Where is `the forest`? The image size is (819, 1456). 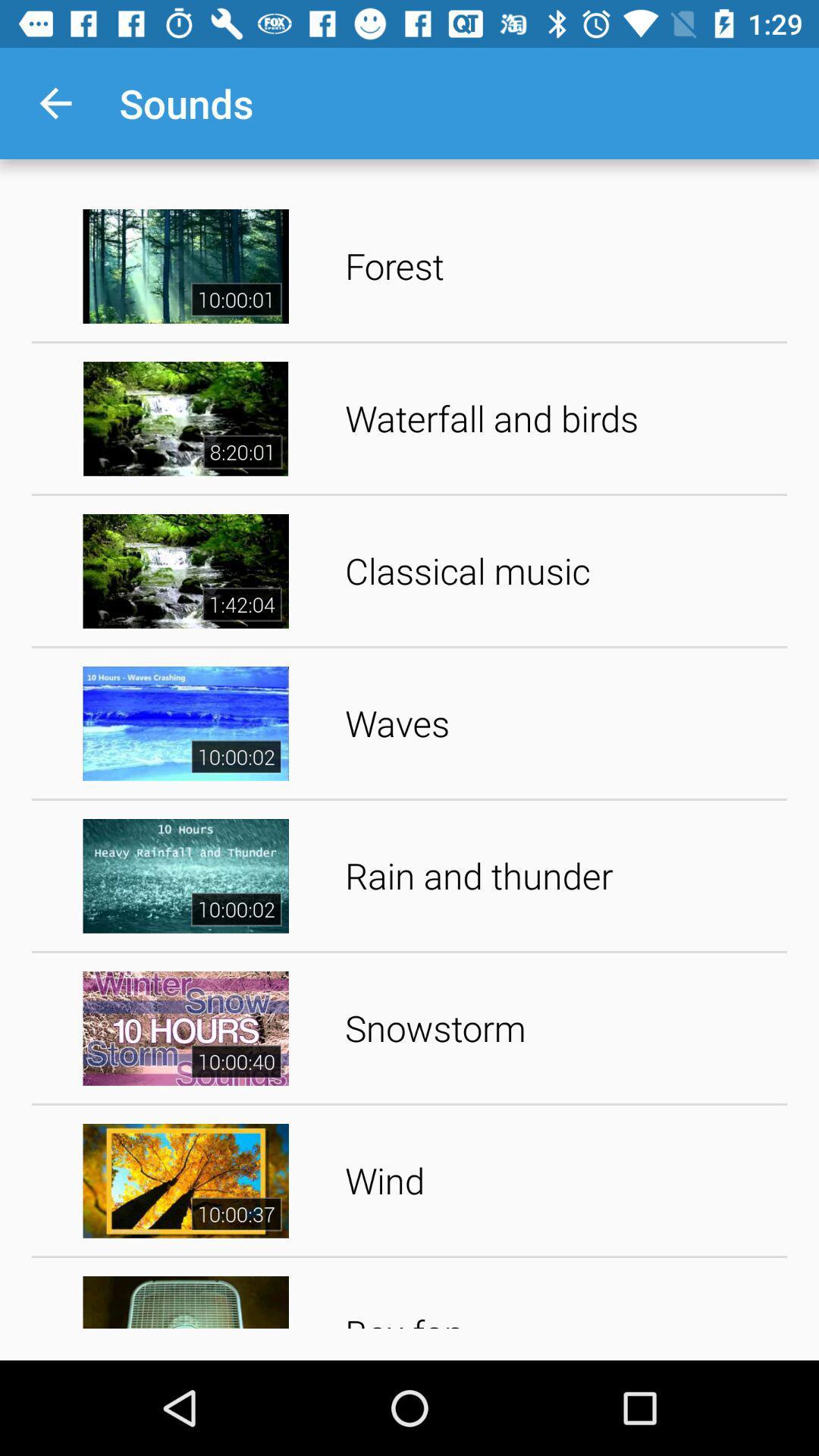 the forest is located at coordinates (560, 265).